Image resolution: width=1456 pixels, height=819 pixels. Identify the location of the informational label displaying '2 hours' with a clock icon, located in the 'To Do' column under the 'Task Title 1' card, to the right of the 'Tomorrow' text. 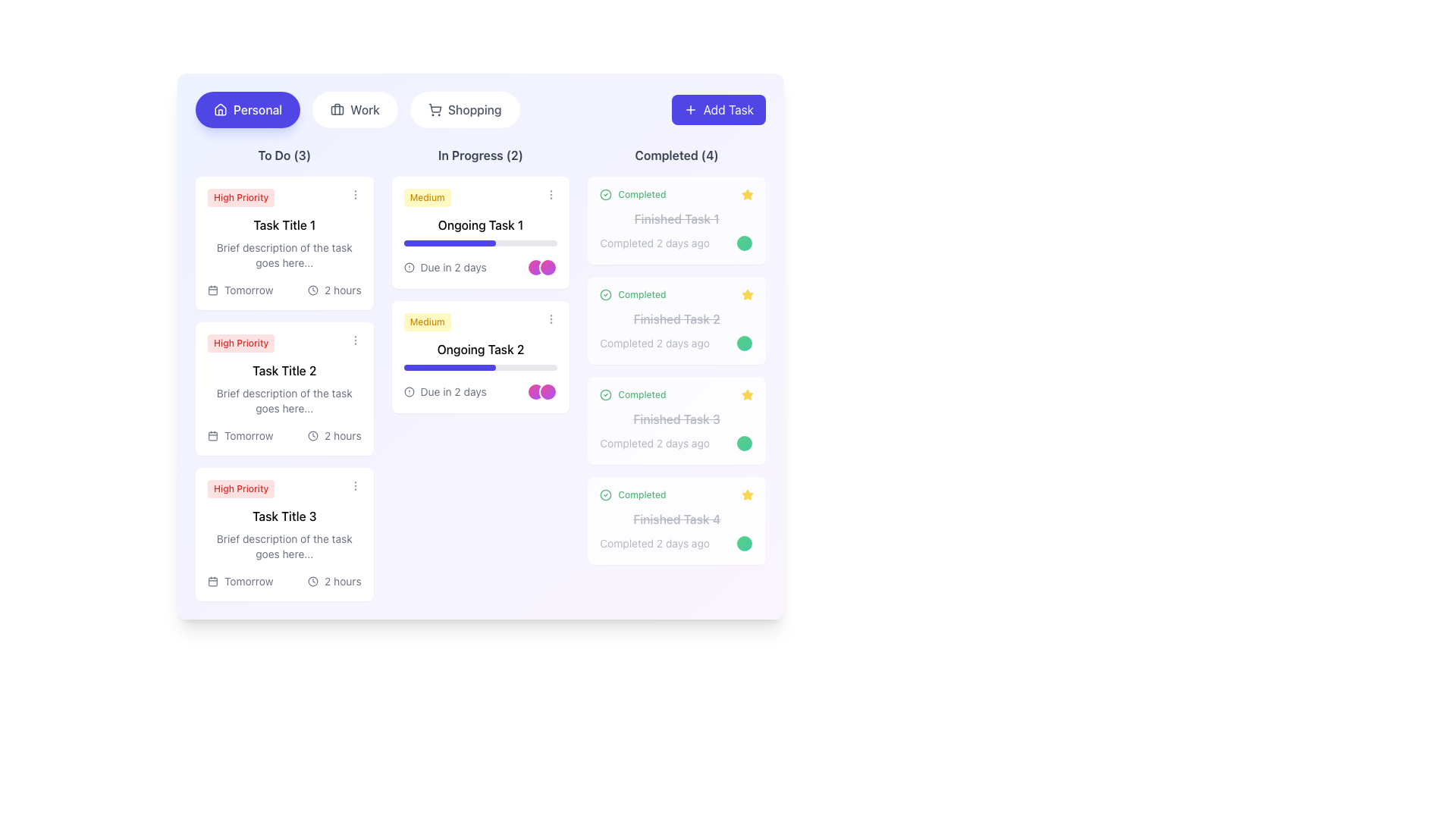
(334, 290).